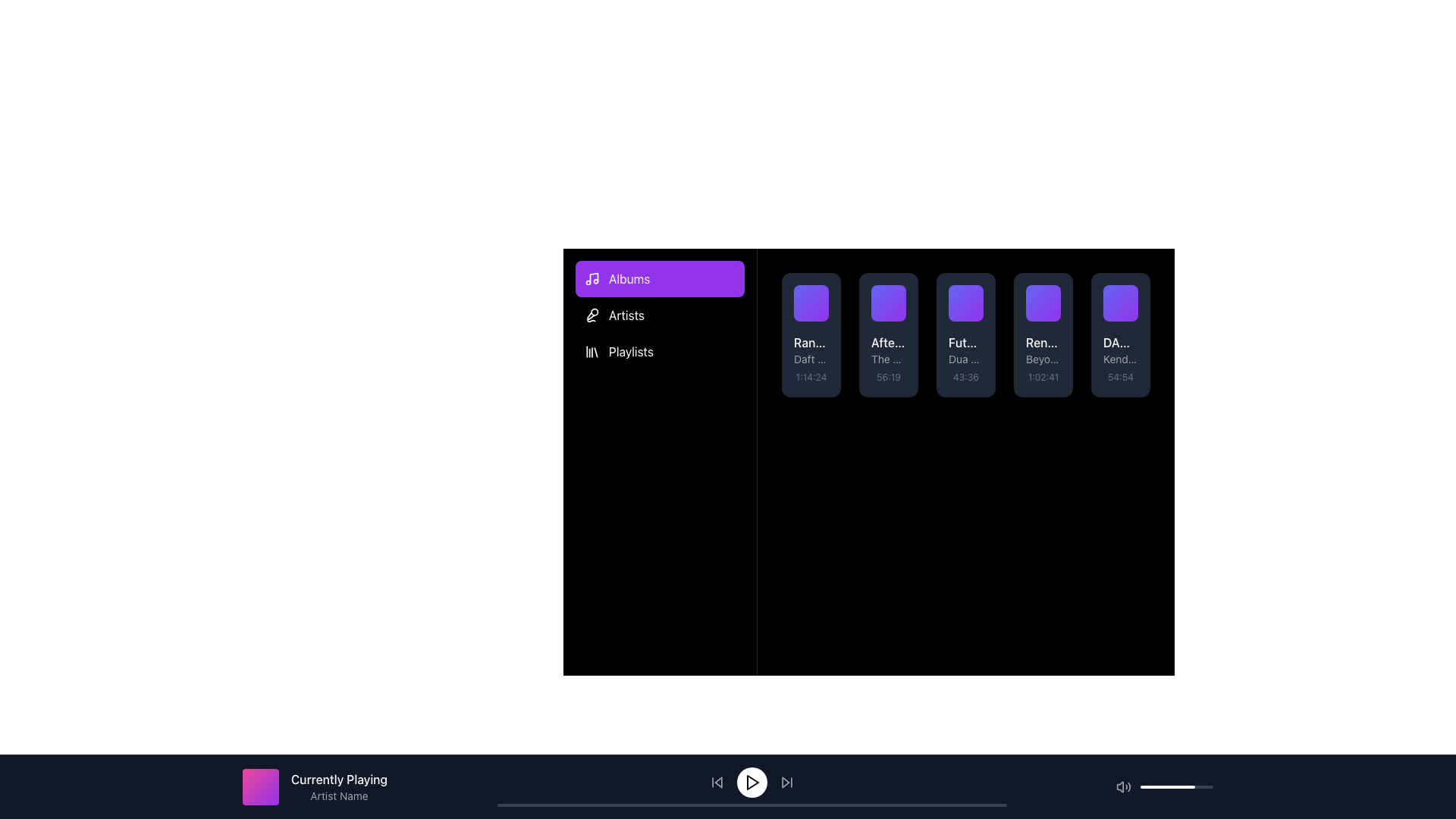 This screenshot has width=1456, height=819. Describe the element at coordinates (591, 351) in the screenshot. I see `the small library icon in the 'Playlists' menu of the left sidebar, which features vertical bars that resemble books and is aligned with the 'Playlists' label` at that location.